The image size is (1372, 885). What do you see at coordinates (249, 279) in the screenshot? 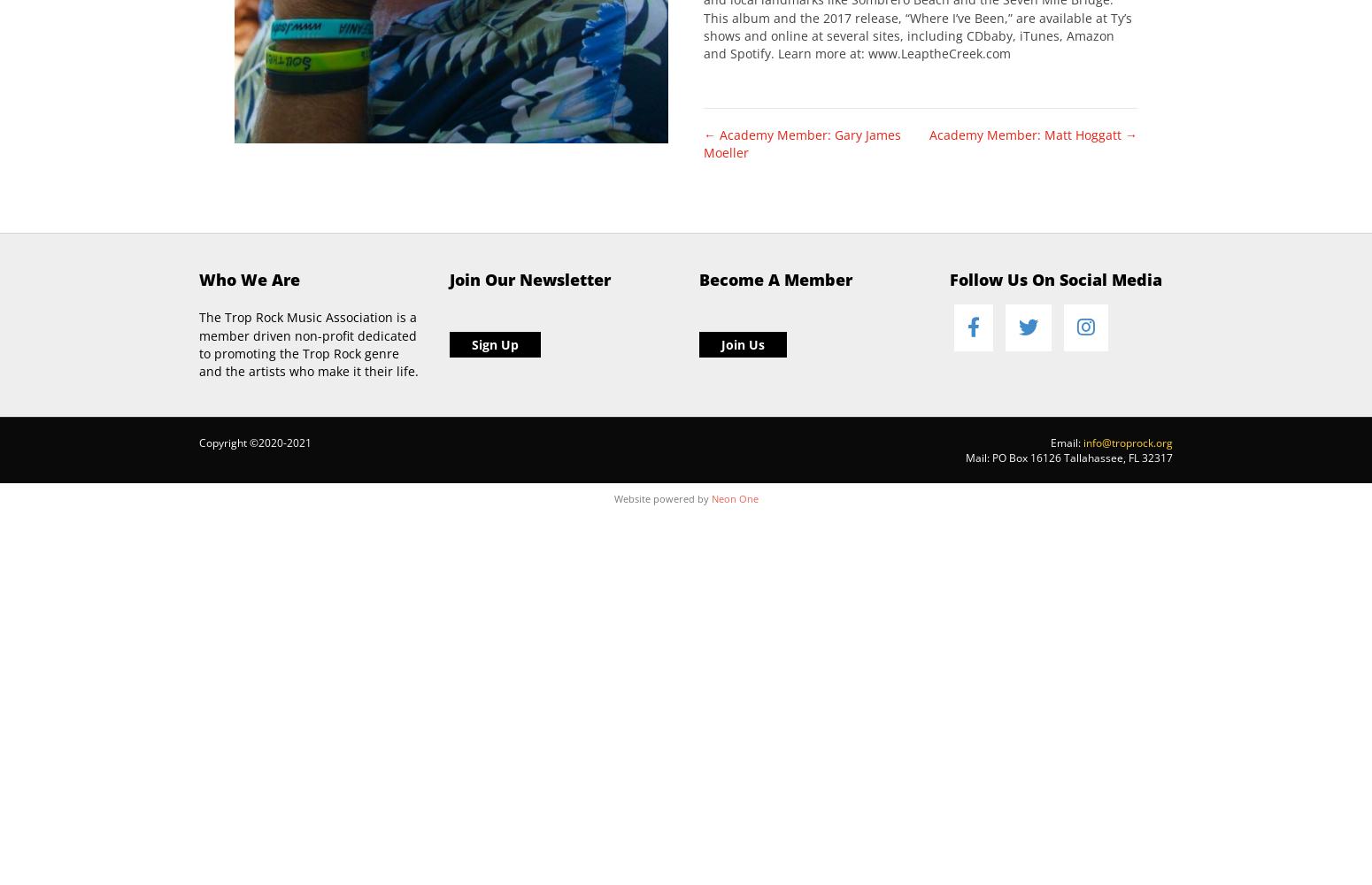
I see `'Who We Are'` at bounding box center [249, 279].